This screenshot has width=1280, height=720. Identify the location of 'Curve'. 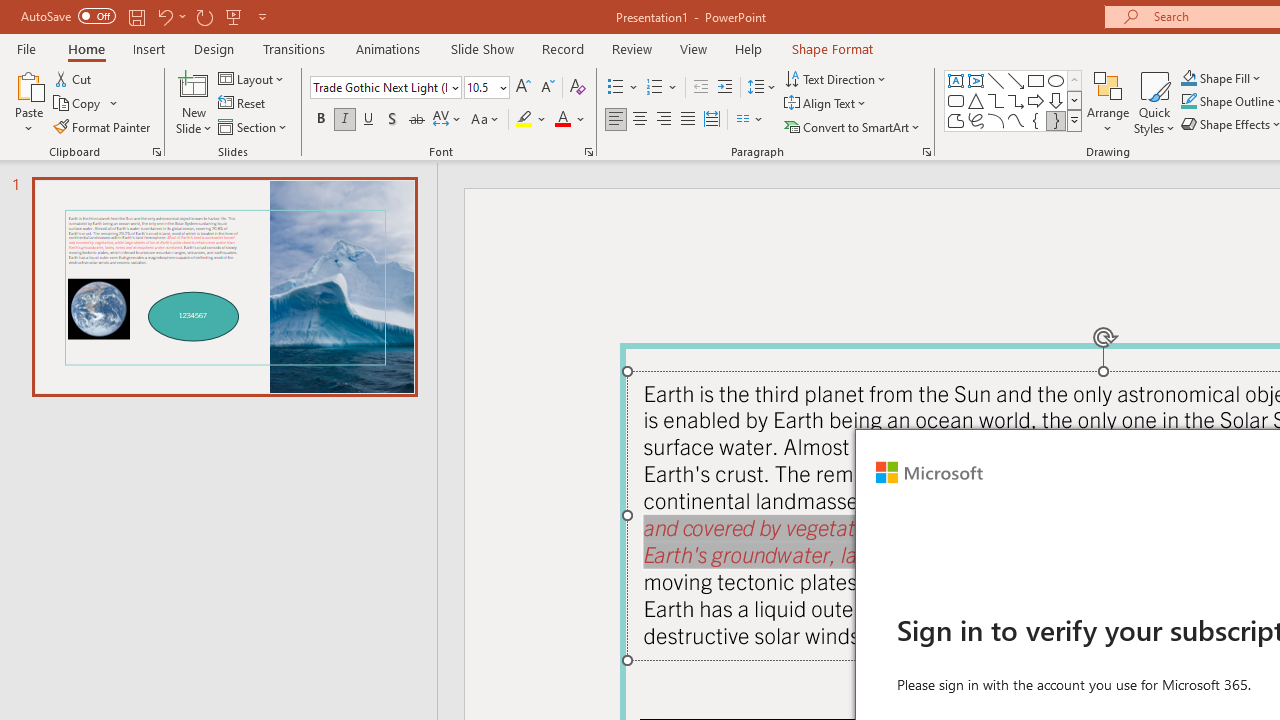
(1016, 120).